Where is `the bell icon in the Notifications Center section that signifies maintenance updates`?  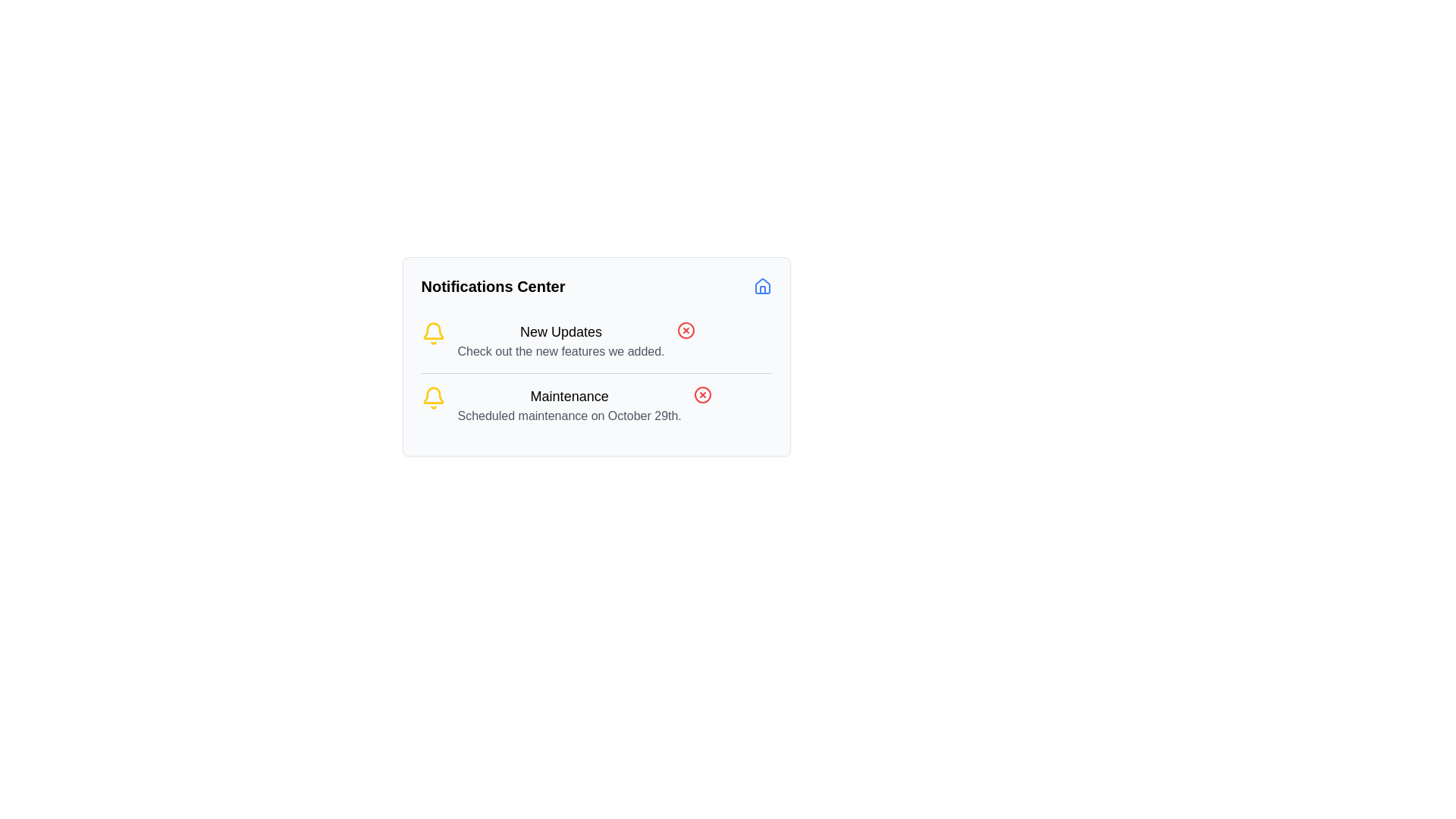
the bell icon in the Notifications Center section that signifies maintenance updates is located at coordinates (432, 330).